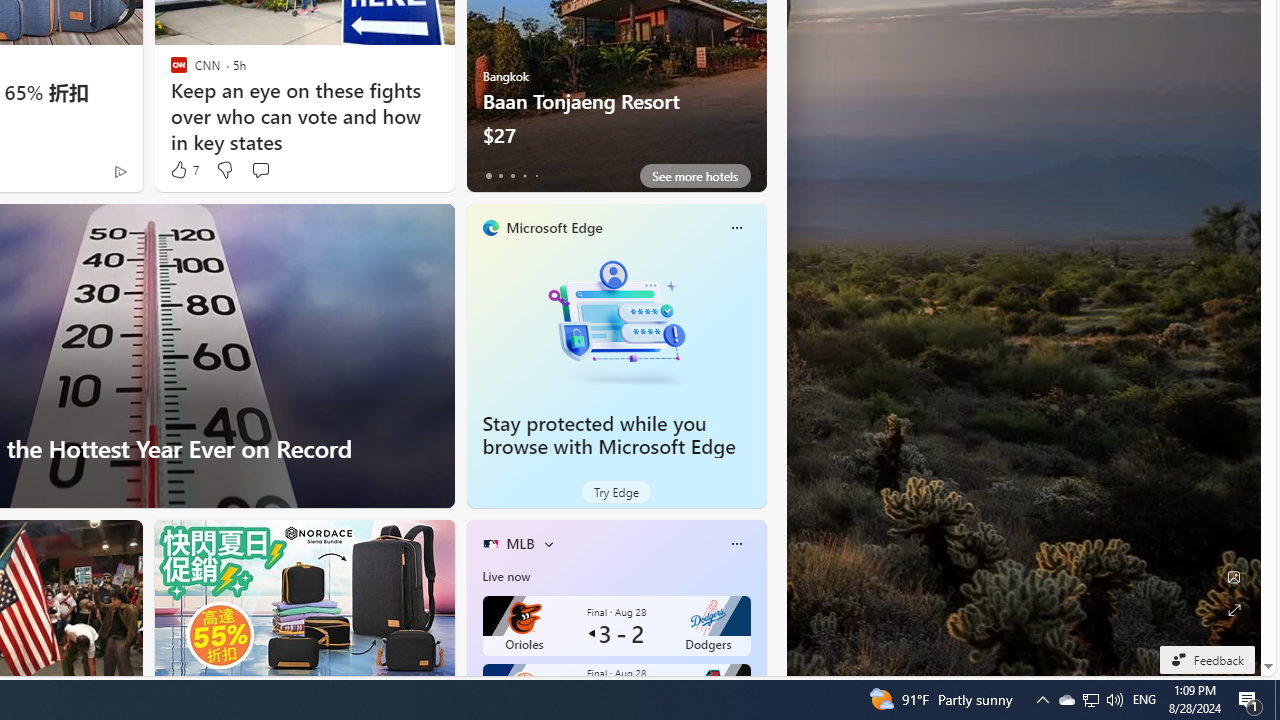  What do you see at coordinates (119, 170) in the screenshot?
I see `'Ad Choice'` at bounding box center [119, 170].